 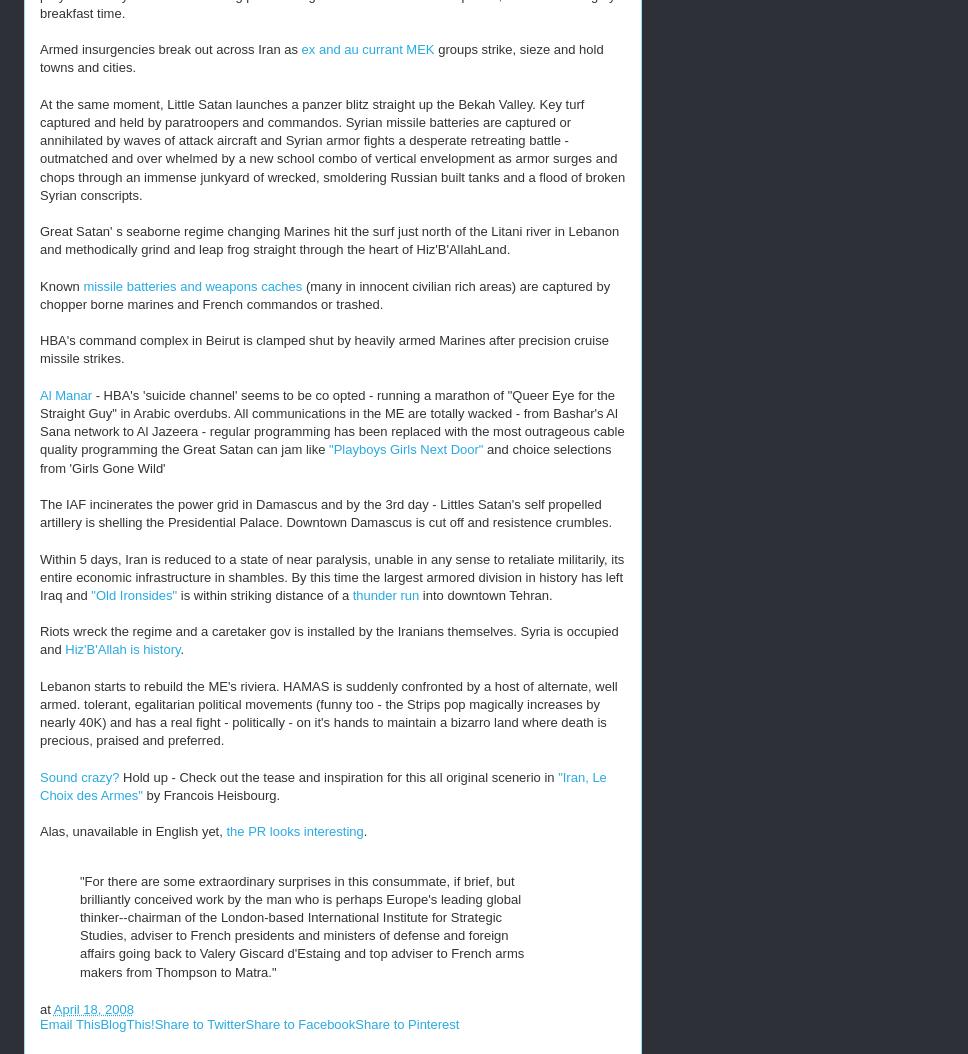 I want to click on 'missile batteries and weapons caches', so click(x=193, y=284).